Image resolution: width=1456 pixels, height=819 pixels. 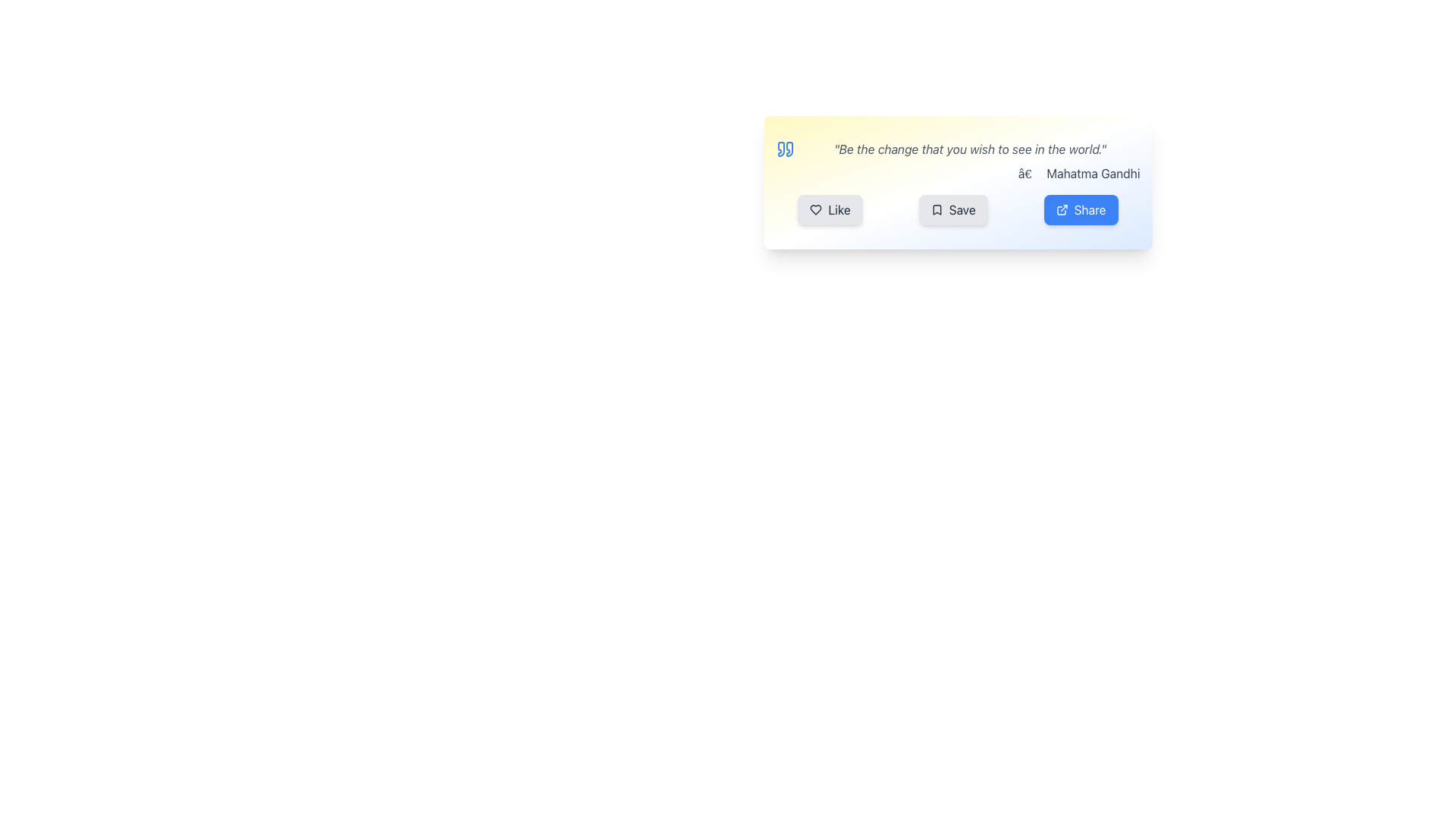 I want to click on the right quotation mark icon, which is the second symbol in the pair of quotation marks located at the top-left corner of the quote text box, so click(x=789, y=149).